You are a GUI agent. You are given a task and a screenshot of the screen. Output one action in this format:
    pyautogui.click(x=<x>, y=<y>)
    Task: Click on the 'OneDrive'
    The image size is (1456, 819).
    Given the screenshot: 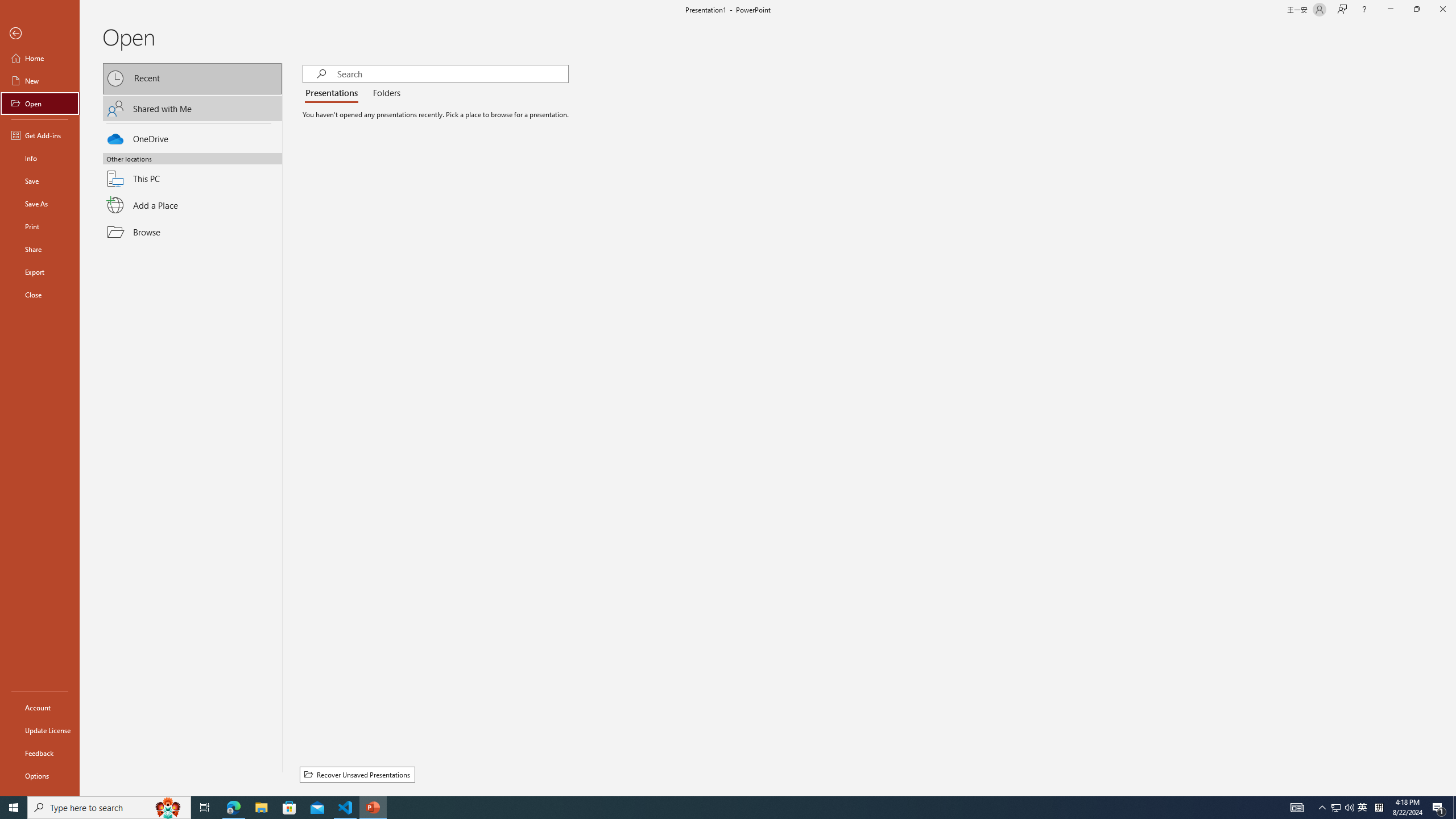 What is the action you would take?
    pyautogui.click(x=192, y=137)
    